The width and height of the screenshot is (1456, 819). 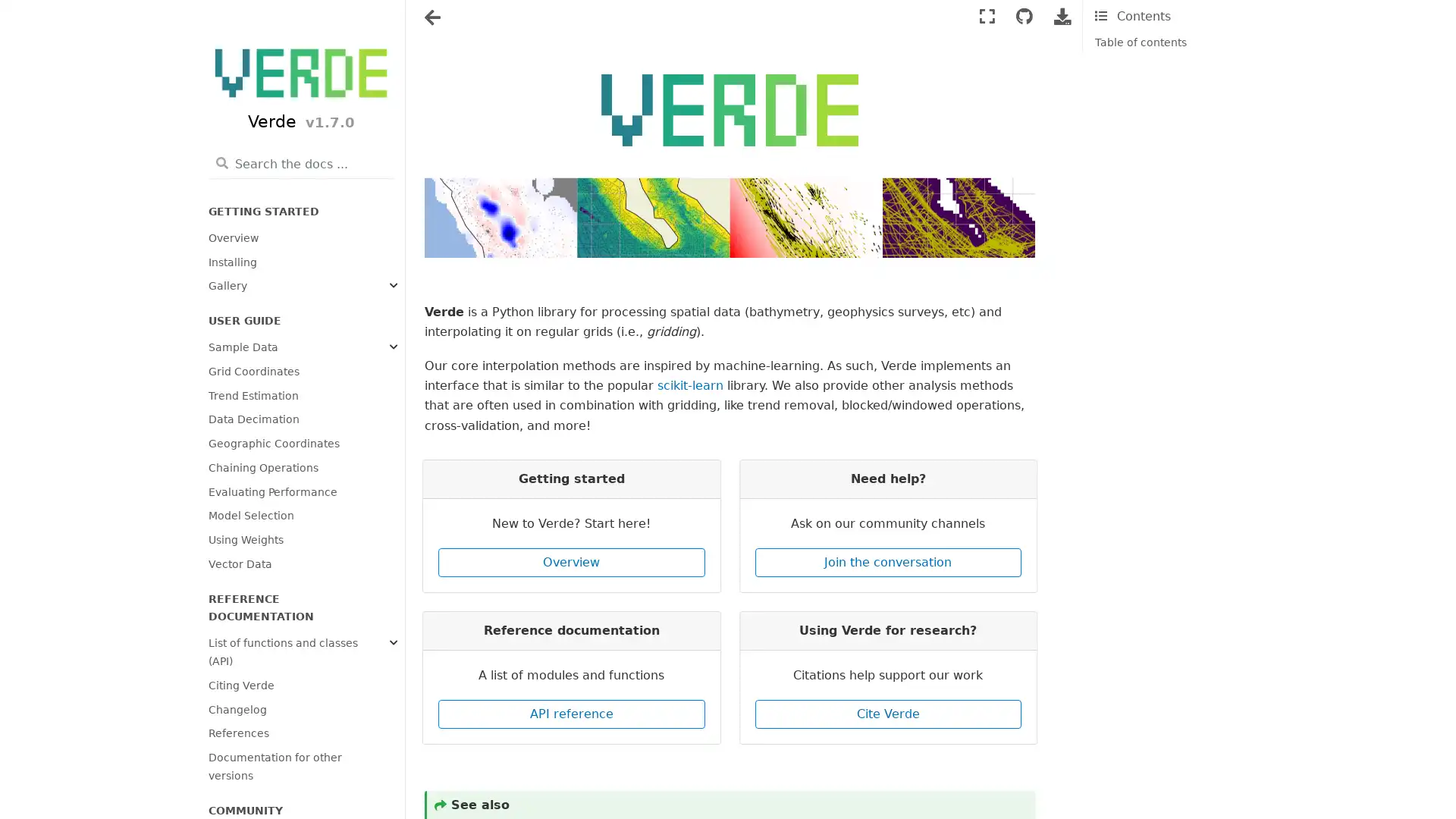 I want to click on Download this page, so click(x=1062, y=17).